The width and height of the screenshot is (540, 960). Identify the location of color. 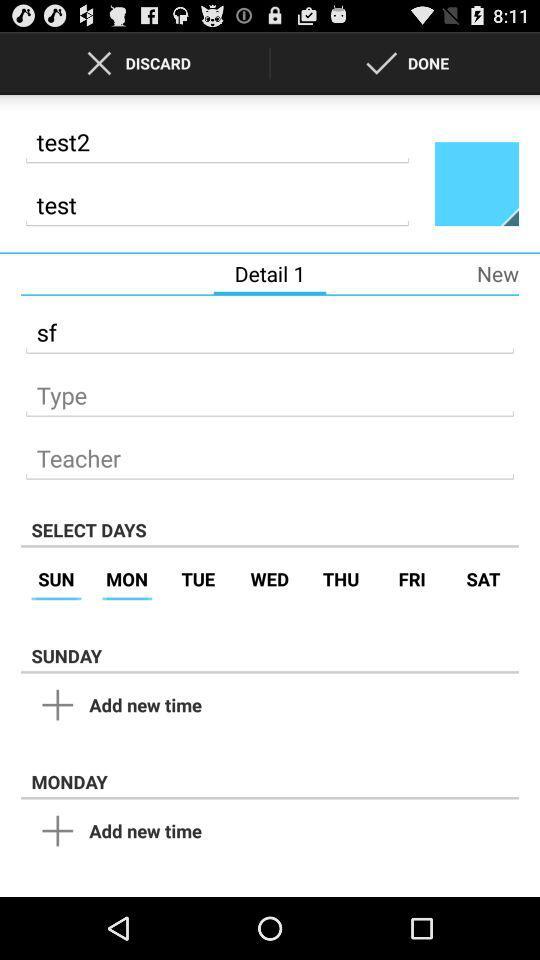
(475, 183).